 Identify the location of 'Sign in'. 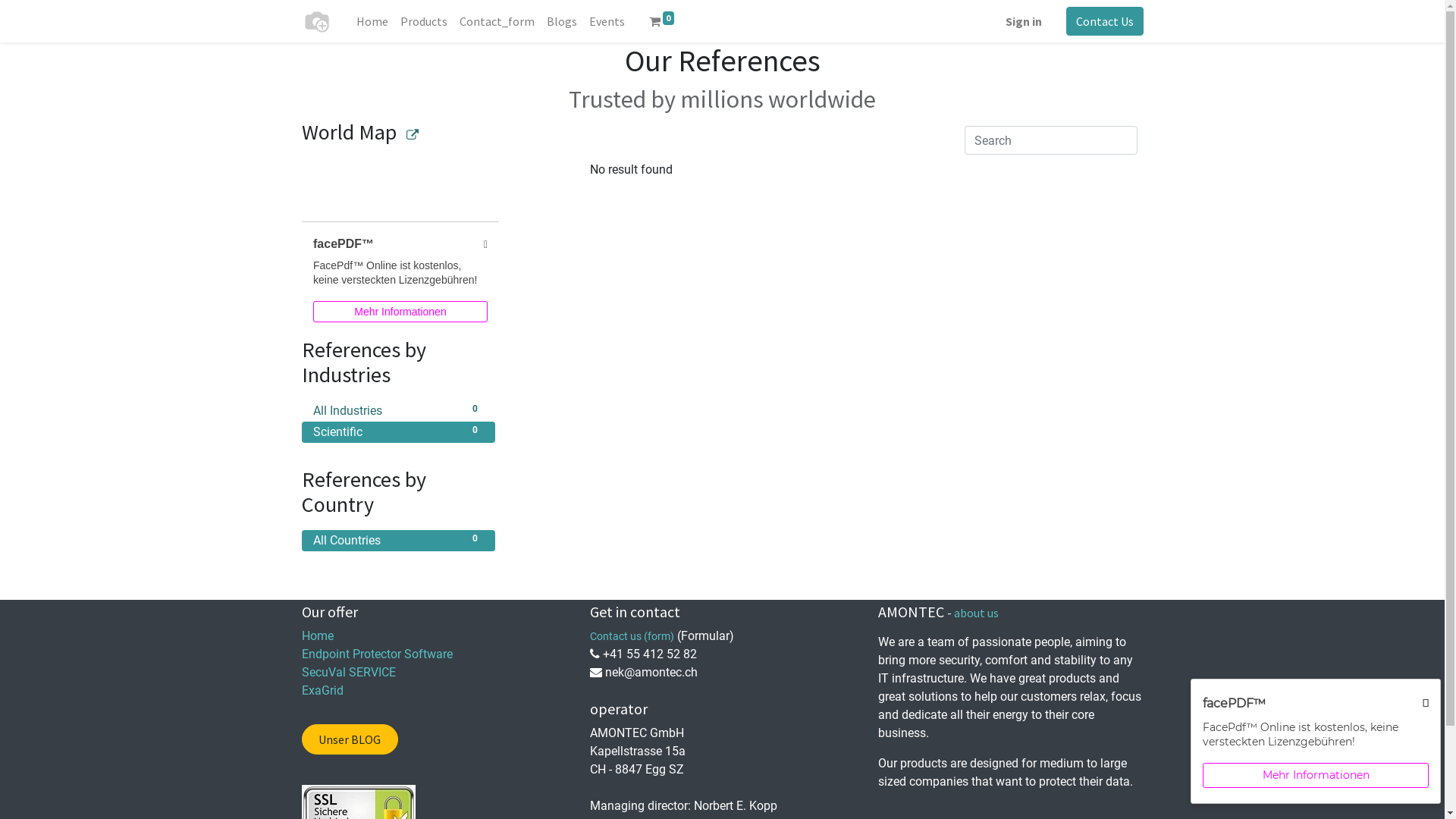
(1023, 20).